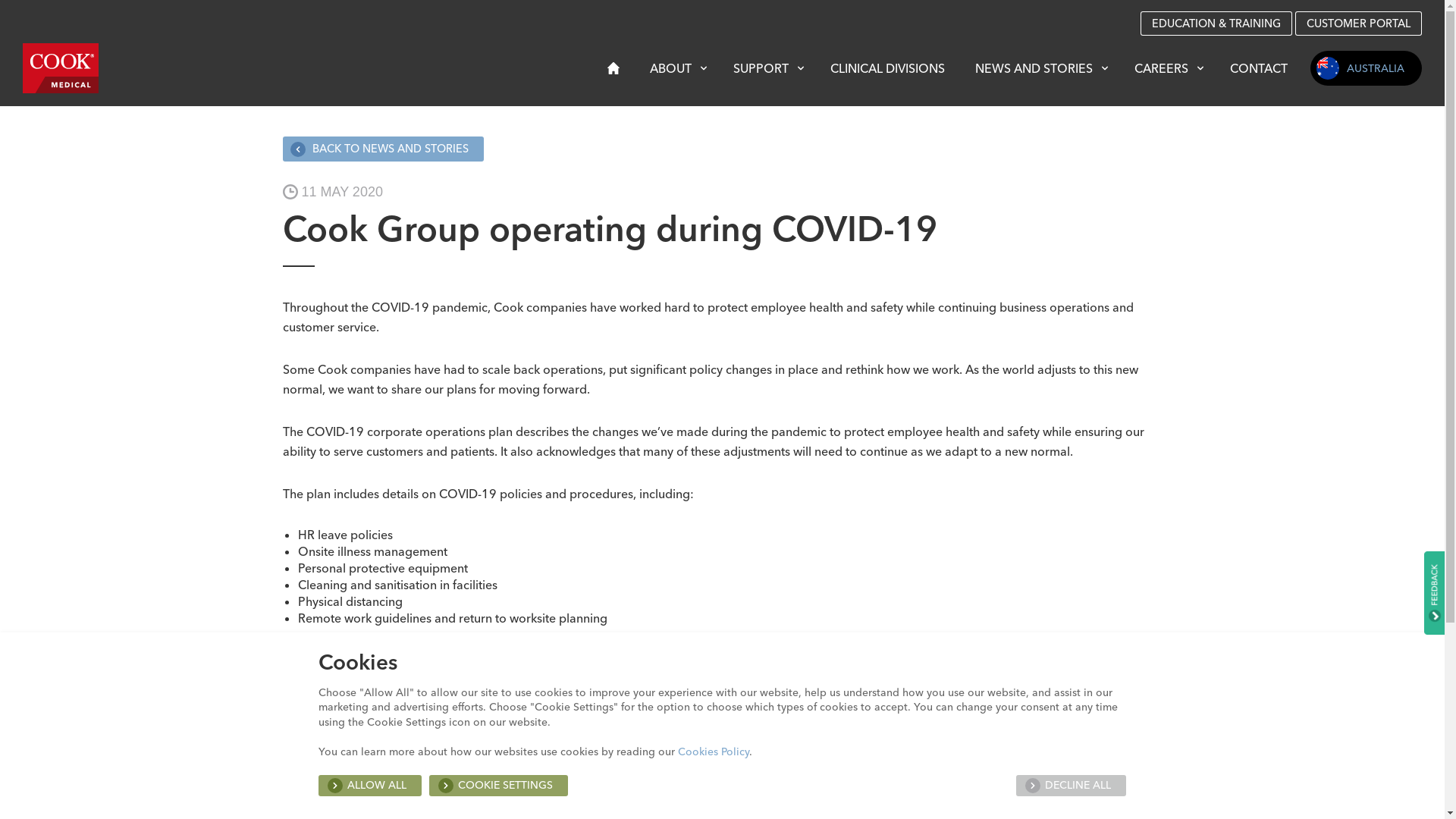 The width and height of the screenshot is (1456, 819). What do you see at coordinates (498, 785) in the screenshot?
I see `'COOKIE SETTINGS'` at bounding box center [498, 785].